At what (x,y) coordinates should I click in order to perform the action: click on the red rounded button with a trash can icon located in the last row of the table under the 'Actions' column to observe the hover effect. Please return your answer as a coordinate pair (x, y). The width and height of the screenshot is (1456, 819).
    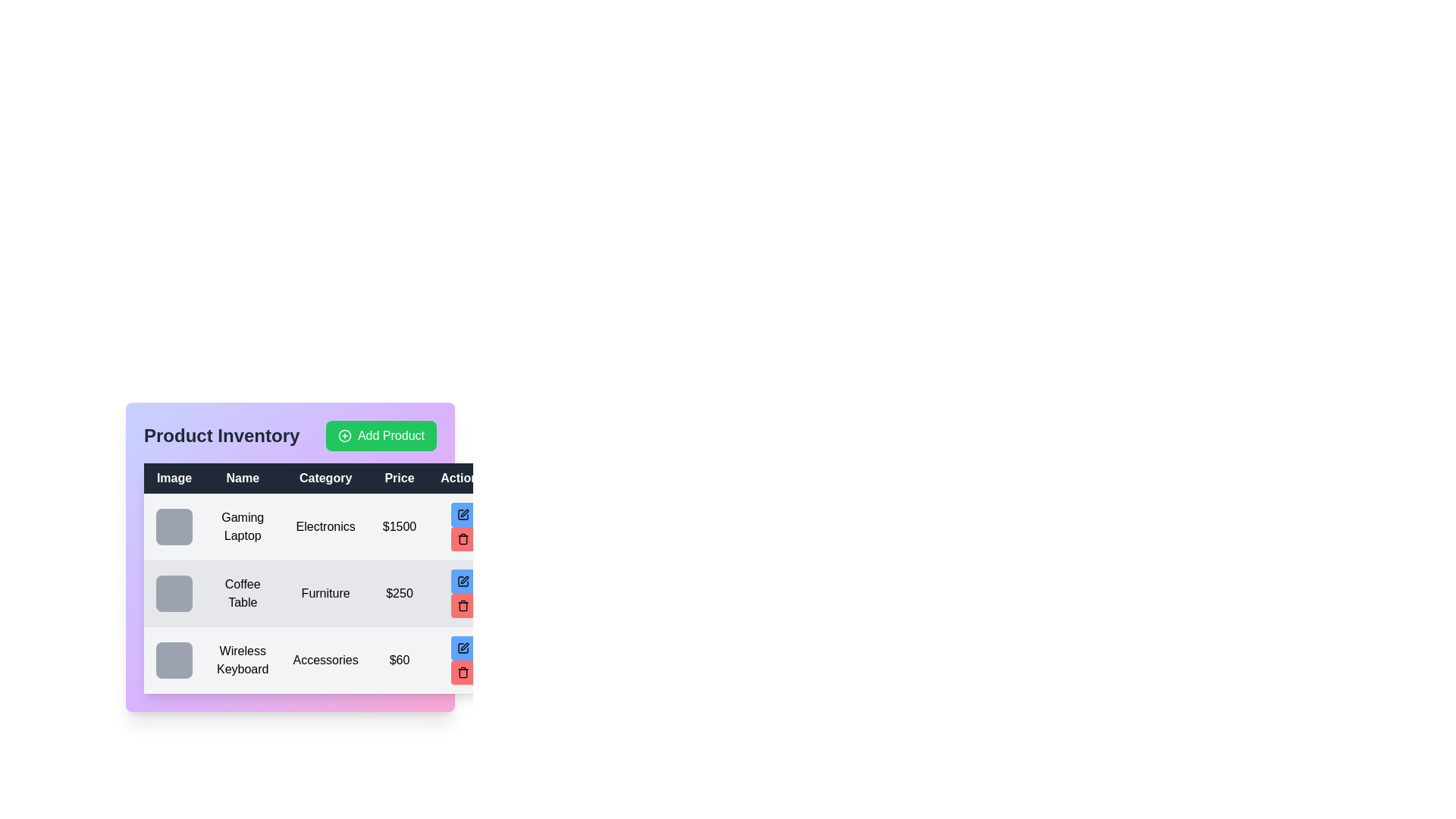
    Looking at the image, I should click on (462, 660).